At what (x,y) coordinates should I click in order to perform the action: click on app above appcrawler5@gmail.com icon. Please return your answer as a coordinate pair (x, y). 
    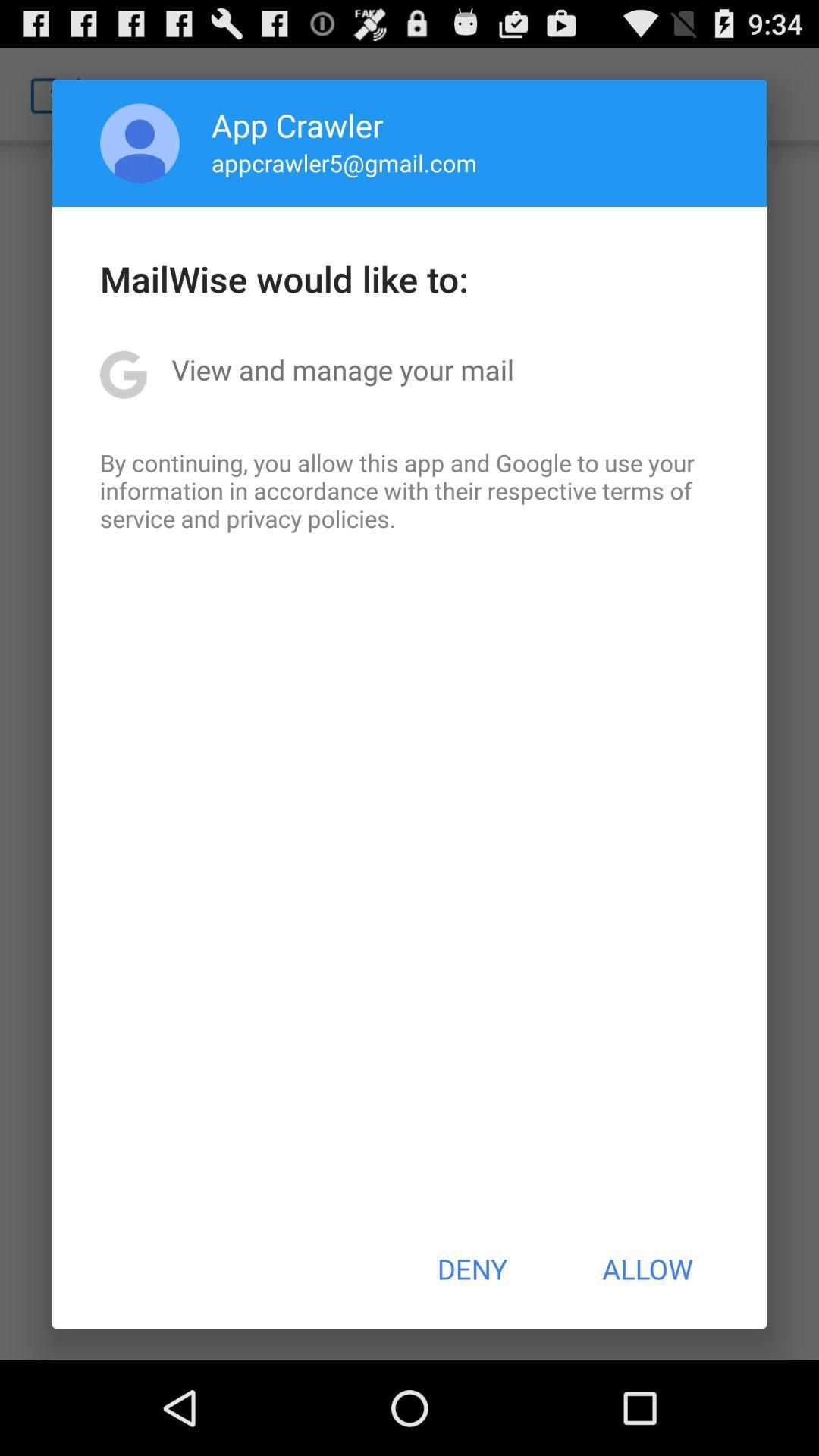
    Looking at the image, I should click on (297, 124).